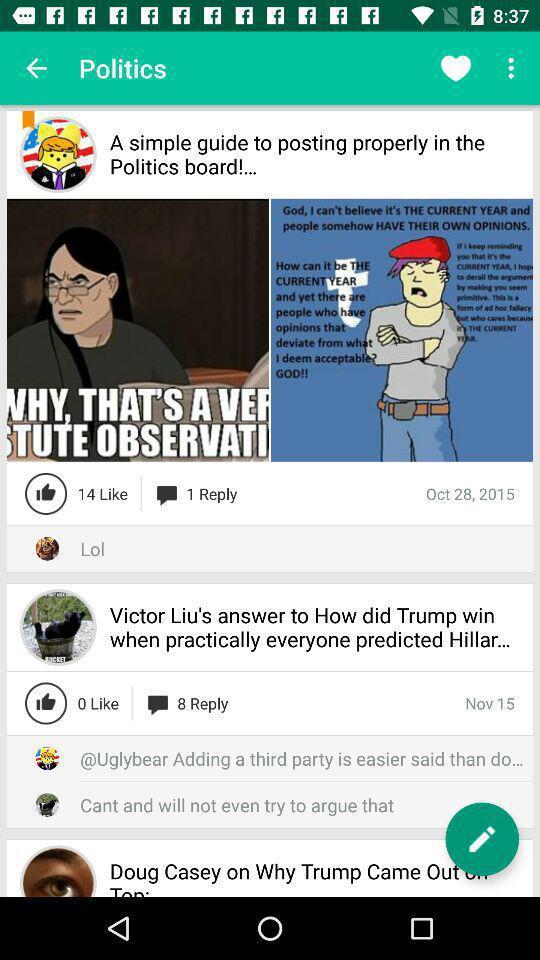  What do you see at coordinates (514, 68) in the screenshot?
I see `three vertical dots which is at top right corner of the page` at bounding box center [514, 68].